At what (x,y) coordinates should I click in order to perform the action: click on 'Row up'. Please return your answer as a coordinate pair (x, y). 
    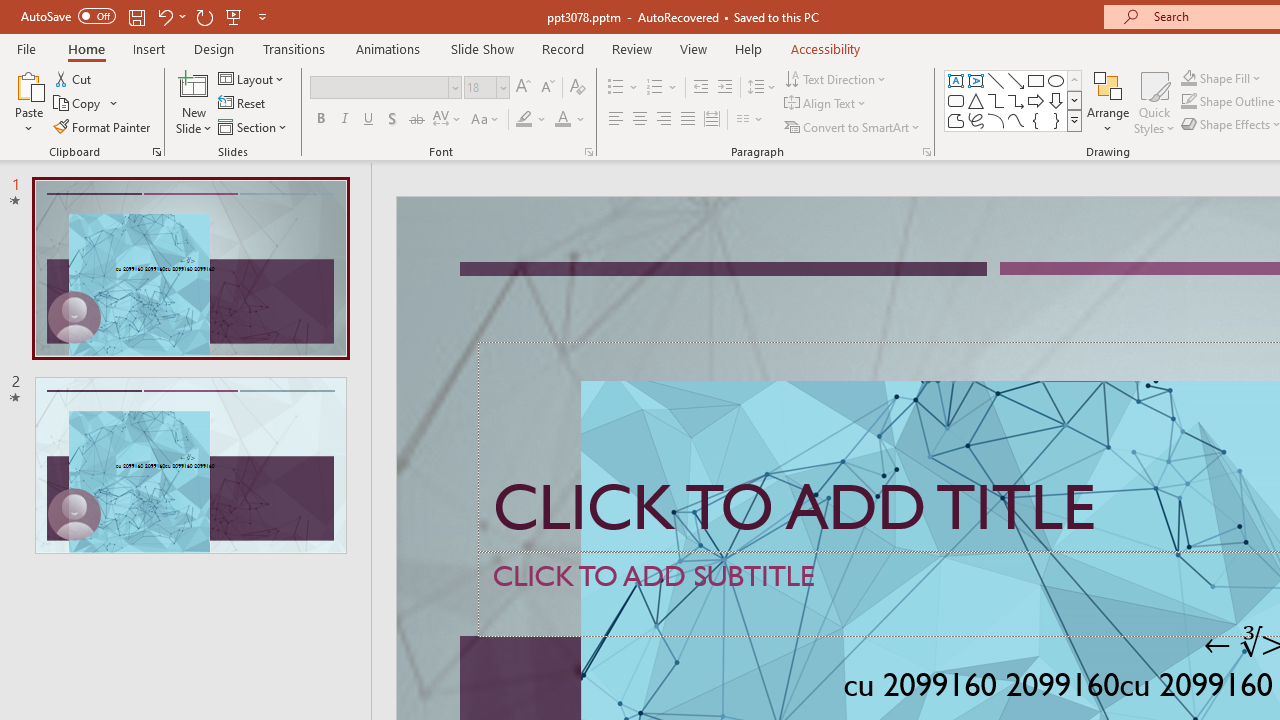
    Looking at the image, I should click on (1073, 79).